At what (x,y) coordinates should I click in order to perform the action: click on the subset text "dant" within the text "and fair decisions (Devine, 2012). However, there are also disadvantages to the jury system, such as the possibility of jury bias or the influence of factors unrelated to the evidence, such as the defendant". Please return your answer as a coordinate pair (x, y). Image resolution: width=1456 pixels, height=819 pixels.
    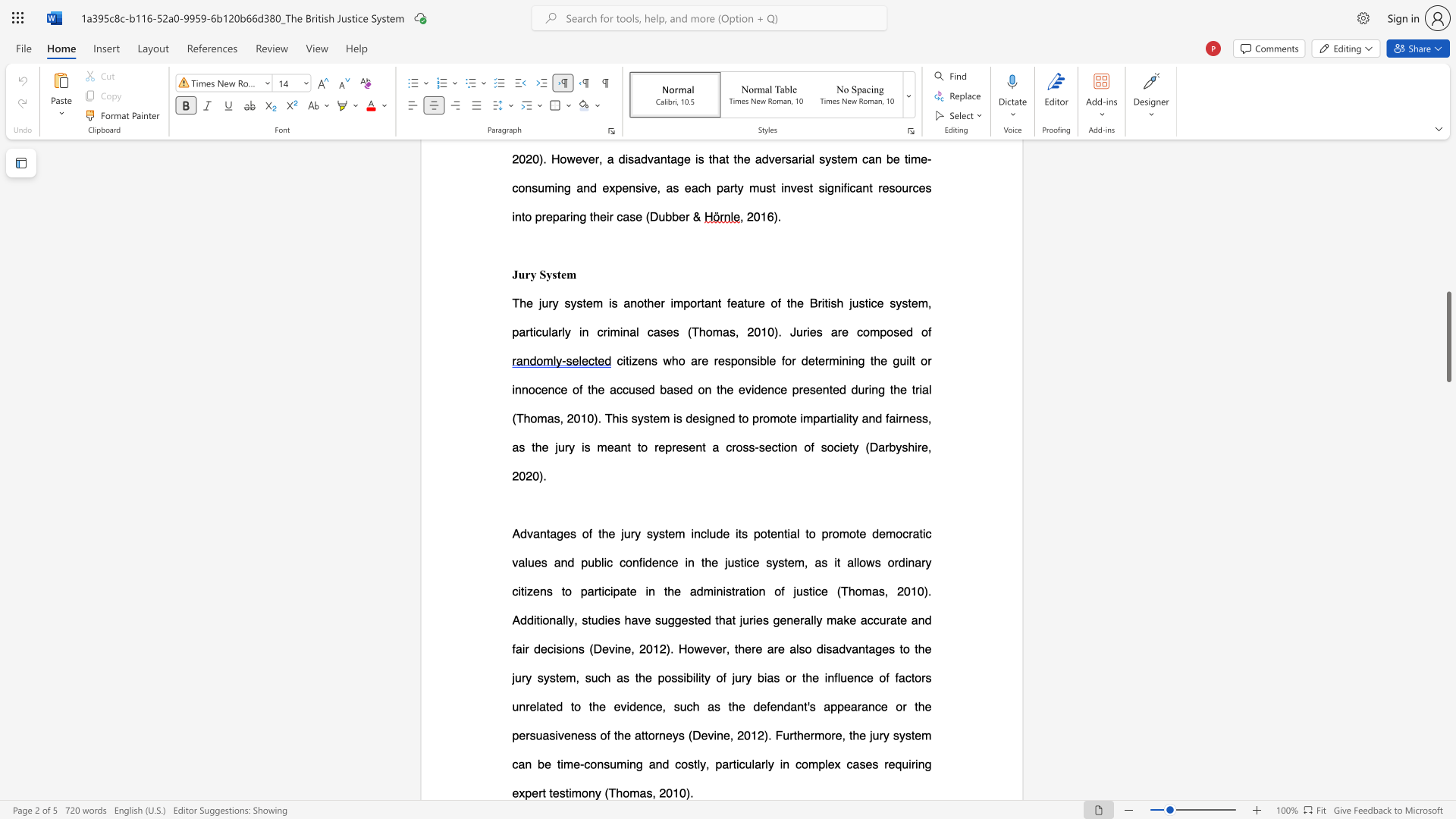
    Looking at the image, I should click on (783, 706).